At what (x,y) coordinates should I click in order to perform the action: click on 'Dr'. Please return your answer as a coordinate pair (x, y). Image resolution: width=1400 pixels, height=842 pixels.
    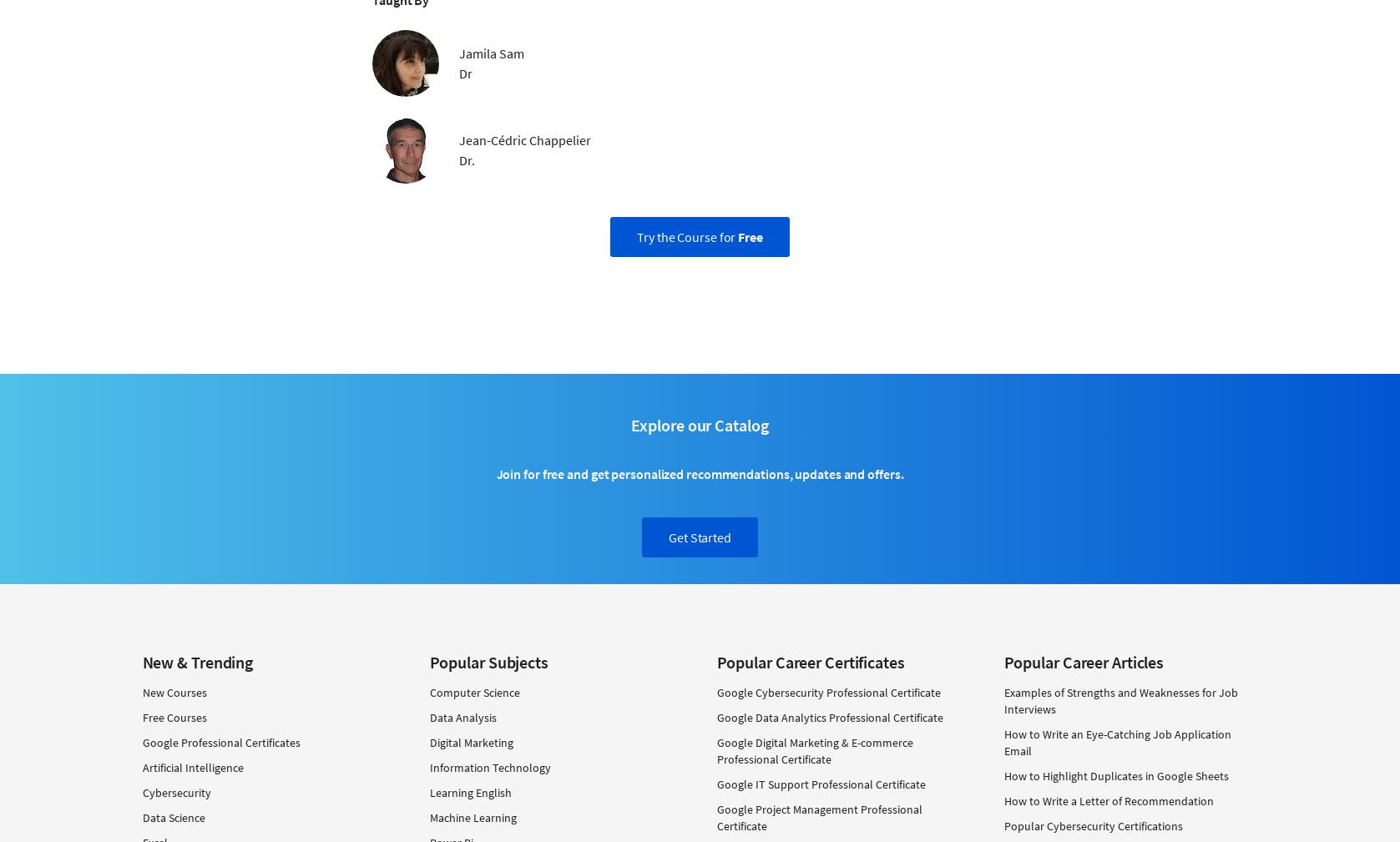
    Looking at the image, I should click on (464, 71).